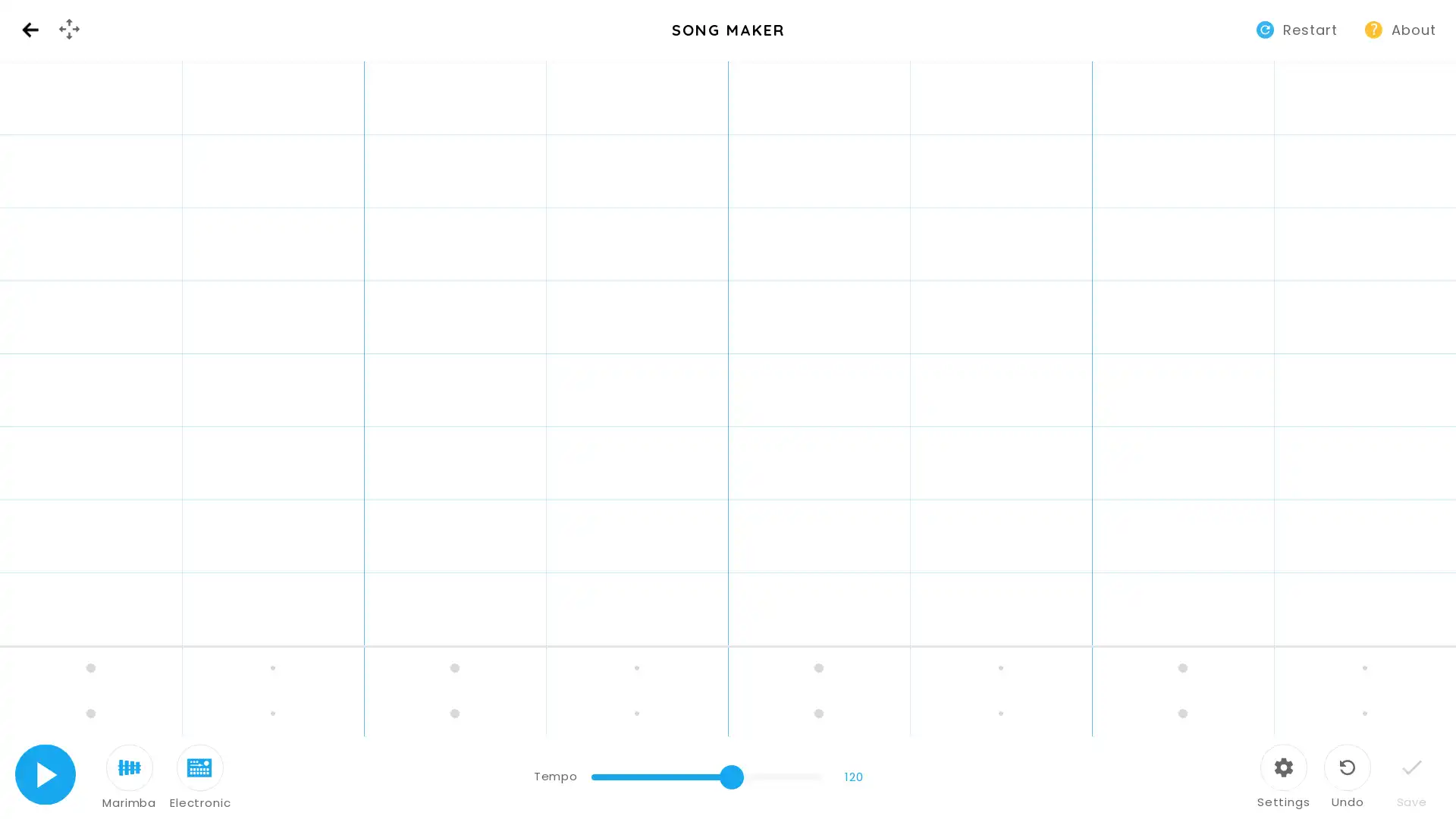 This screenshot has width=1456, height=819. I want to click on GamePad Menu, so click(68, 29).